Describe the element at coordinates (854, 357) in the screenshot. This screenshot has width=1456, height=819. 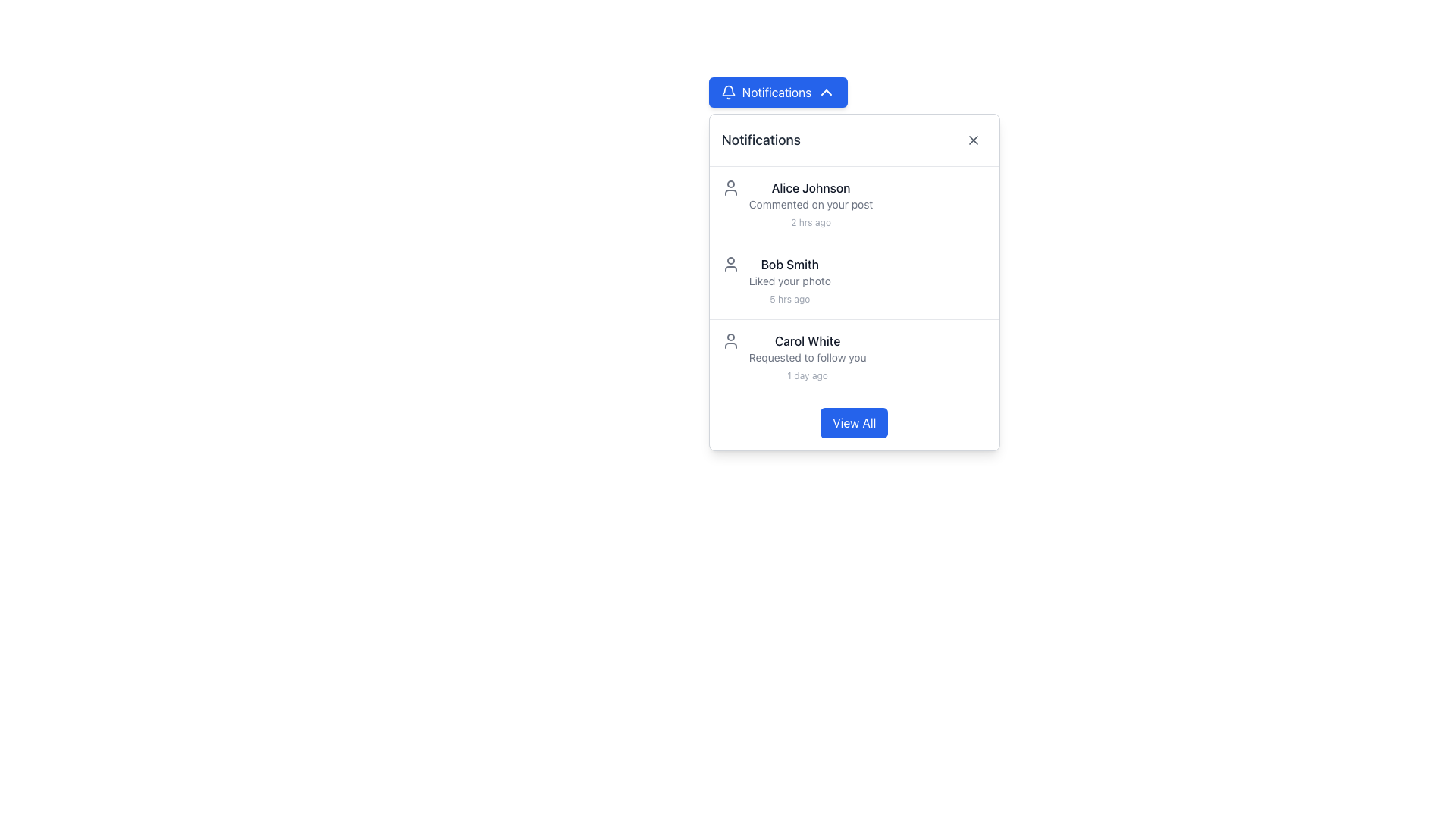
I see `to select the notification item for 'Carol White' that contains the message 'Requested to follow you' in the notifications panel` at that location.